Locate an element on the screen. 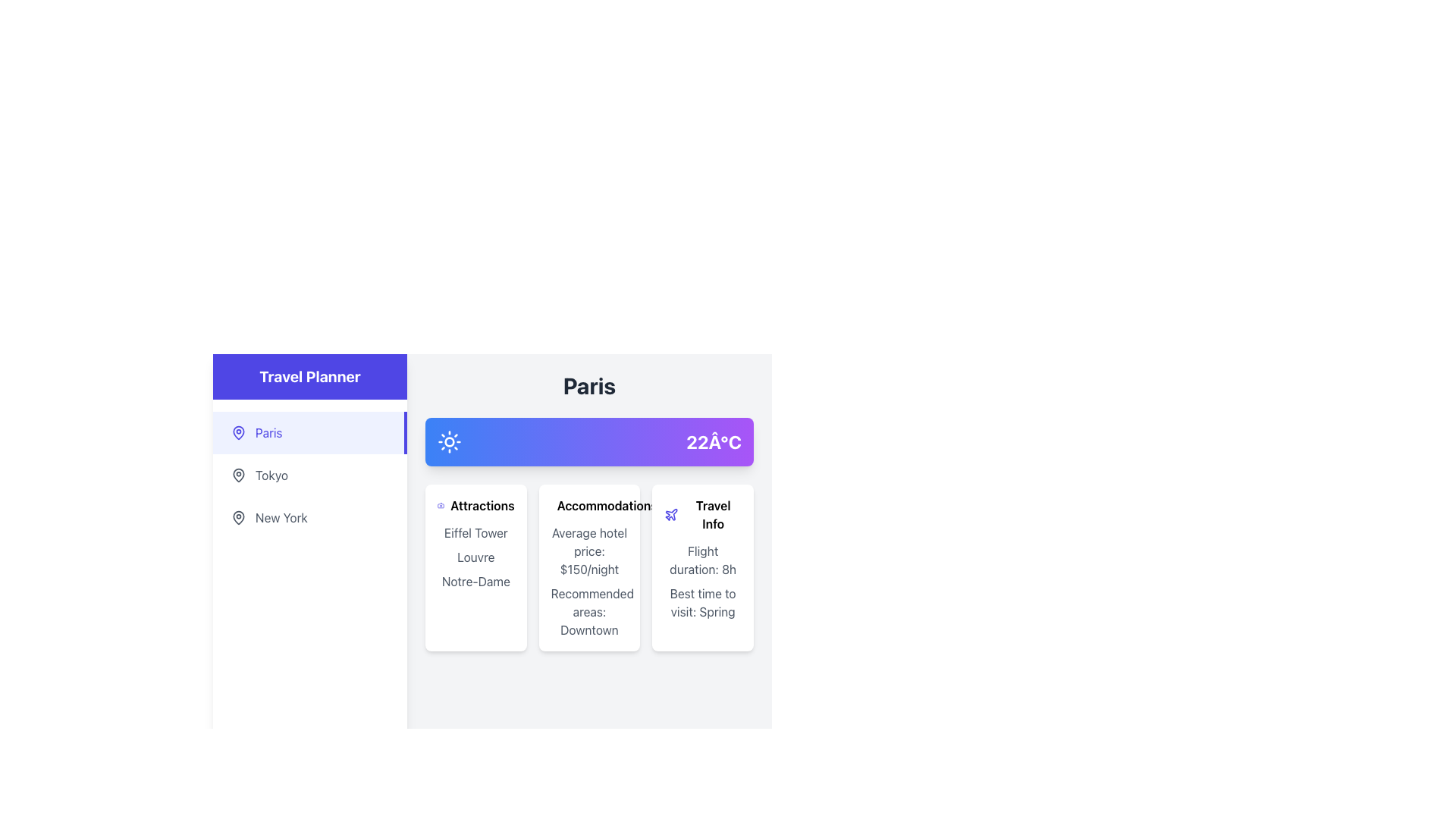 The width and height of the screenshot is (1456, 819). the 'Tokyo' icon located in the left sidebar is located at coordinates (238, 473).